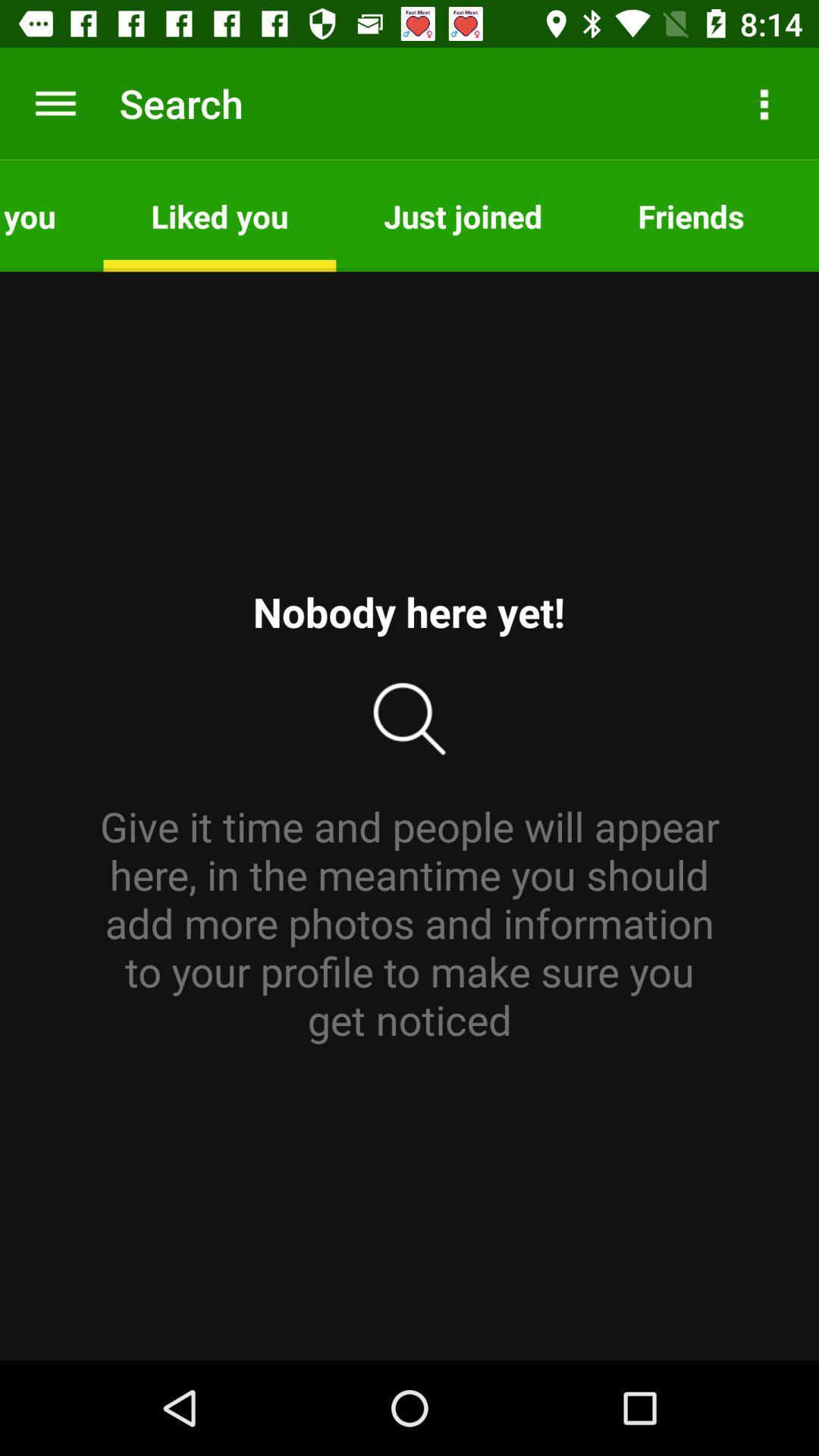 The height and width of the screenshot is (1456, 819). What do you see at coordinates (691, 215) in the screenshot?
I see `the app to the left of the favorites item` at bounding box center [691, 215].